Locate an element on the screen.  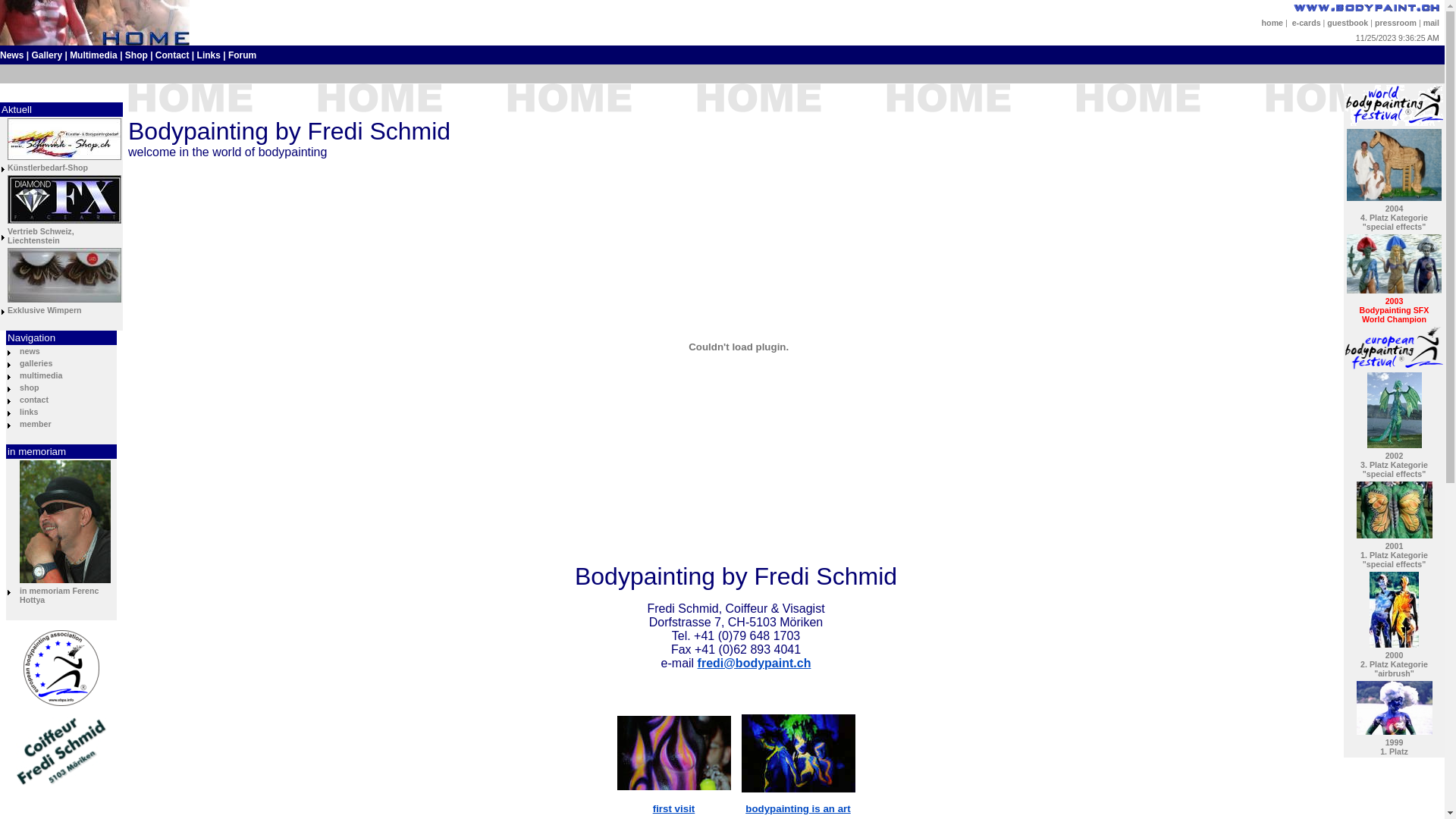
'1999 is located at coordinates (1394, 745).